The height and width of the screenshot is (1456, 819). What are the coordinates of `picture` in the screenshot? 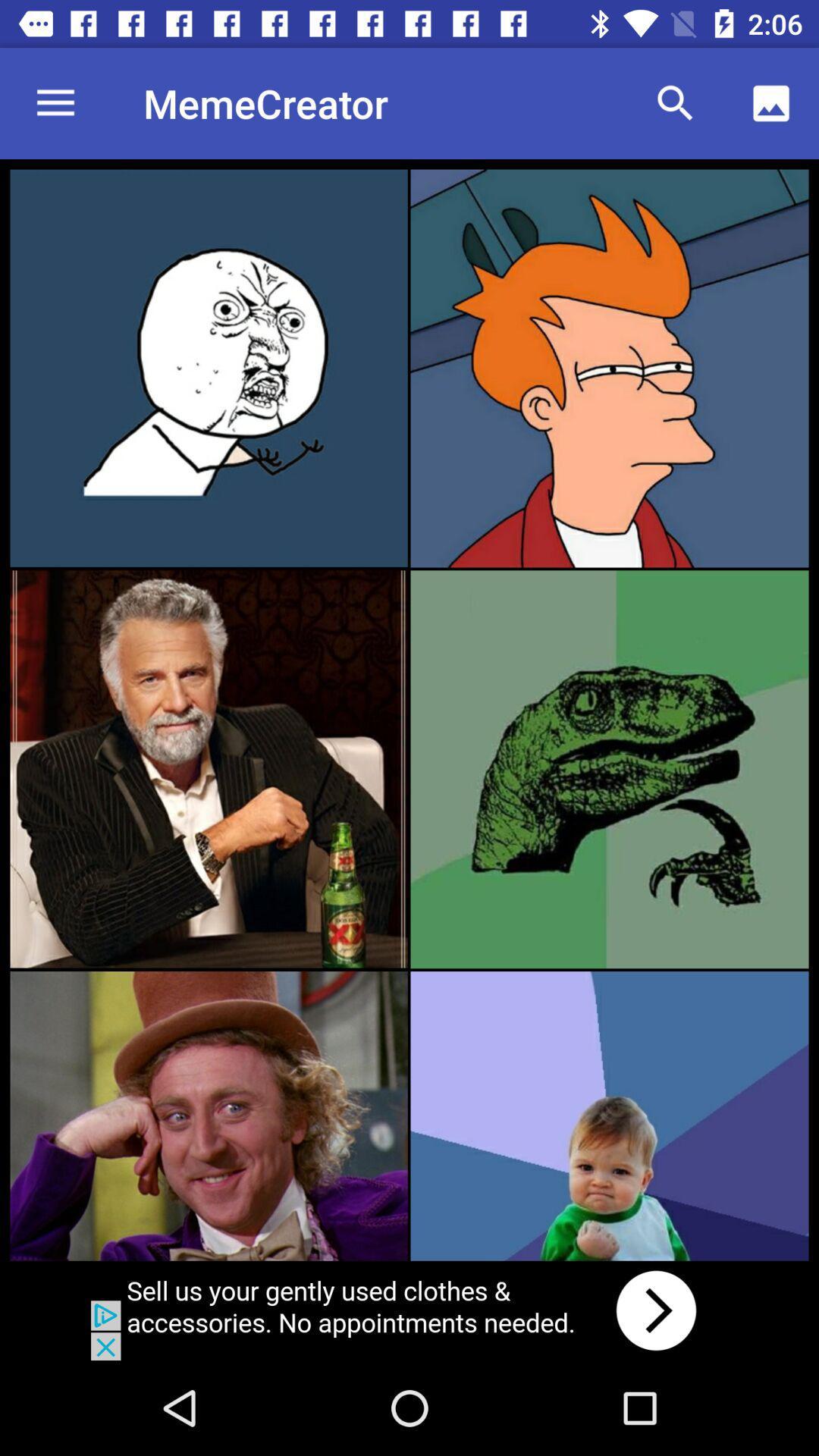 It's located at (209, 769).